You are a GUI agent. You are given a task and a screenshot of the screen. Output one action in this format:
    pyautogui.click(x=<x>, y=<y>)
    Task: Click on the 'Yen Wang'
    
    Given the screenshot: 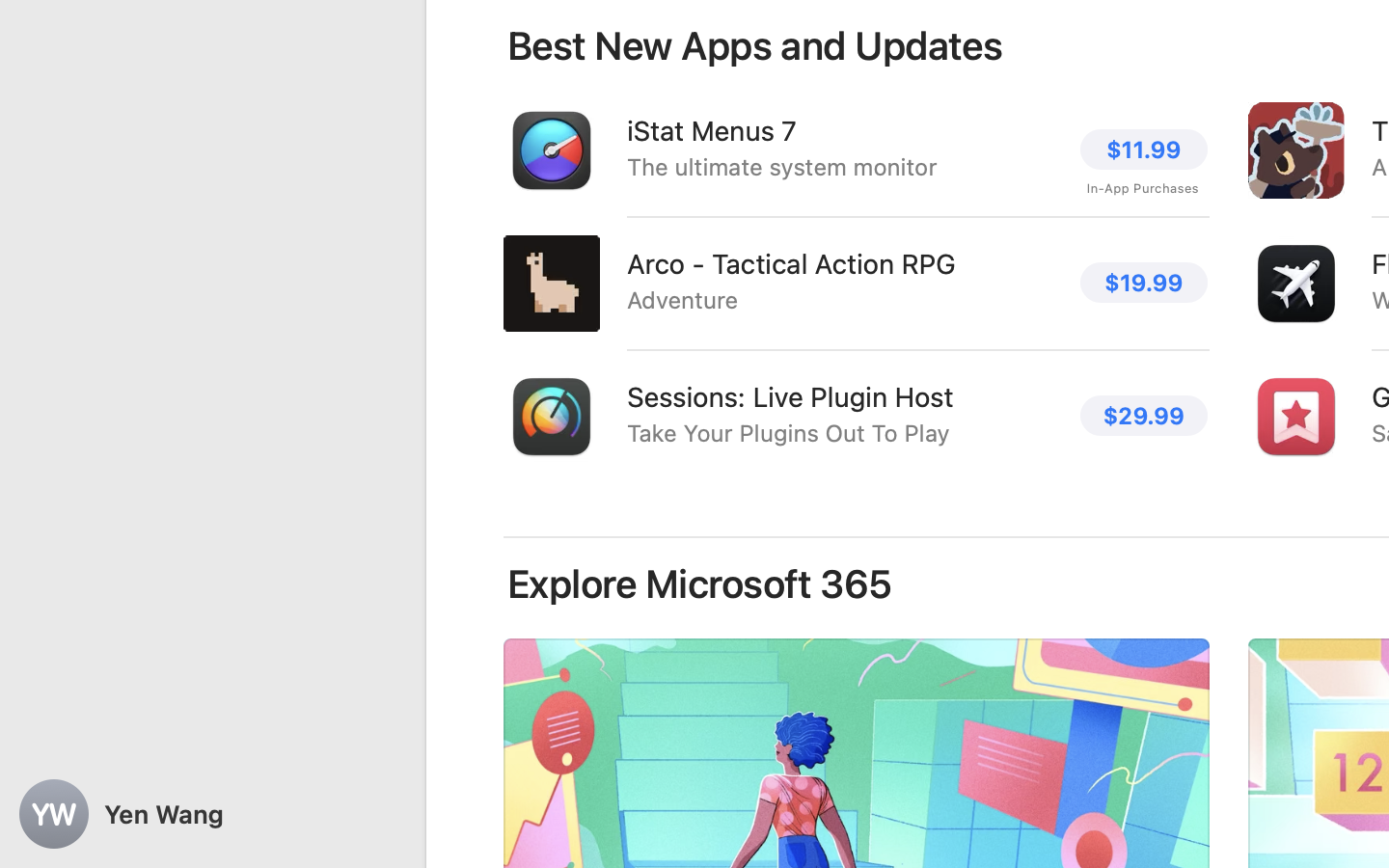 What is the action you would take?
    pyautogui.click(x=212, y=814)
    